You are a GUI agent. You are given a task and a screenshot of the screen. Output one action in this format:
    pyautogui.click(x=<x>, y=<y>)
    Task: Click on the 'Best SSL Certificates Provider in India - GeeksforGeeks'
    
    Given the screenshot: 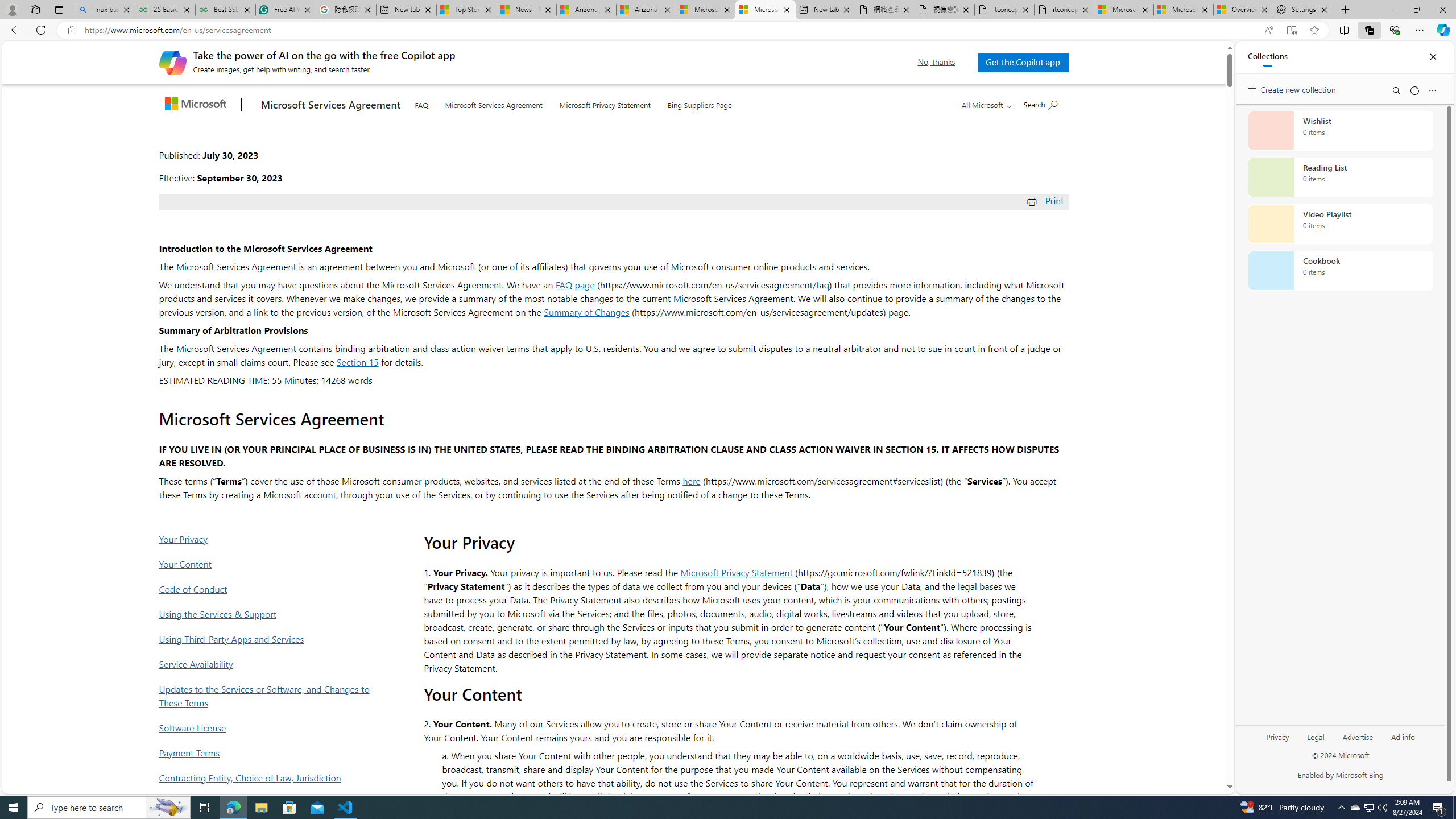 What is the action you would take?
    pyautogui.click(x=225, y=9)
    